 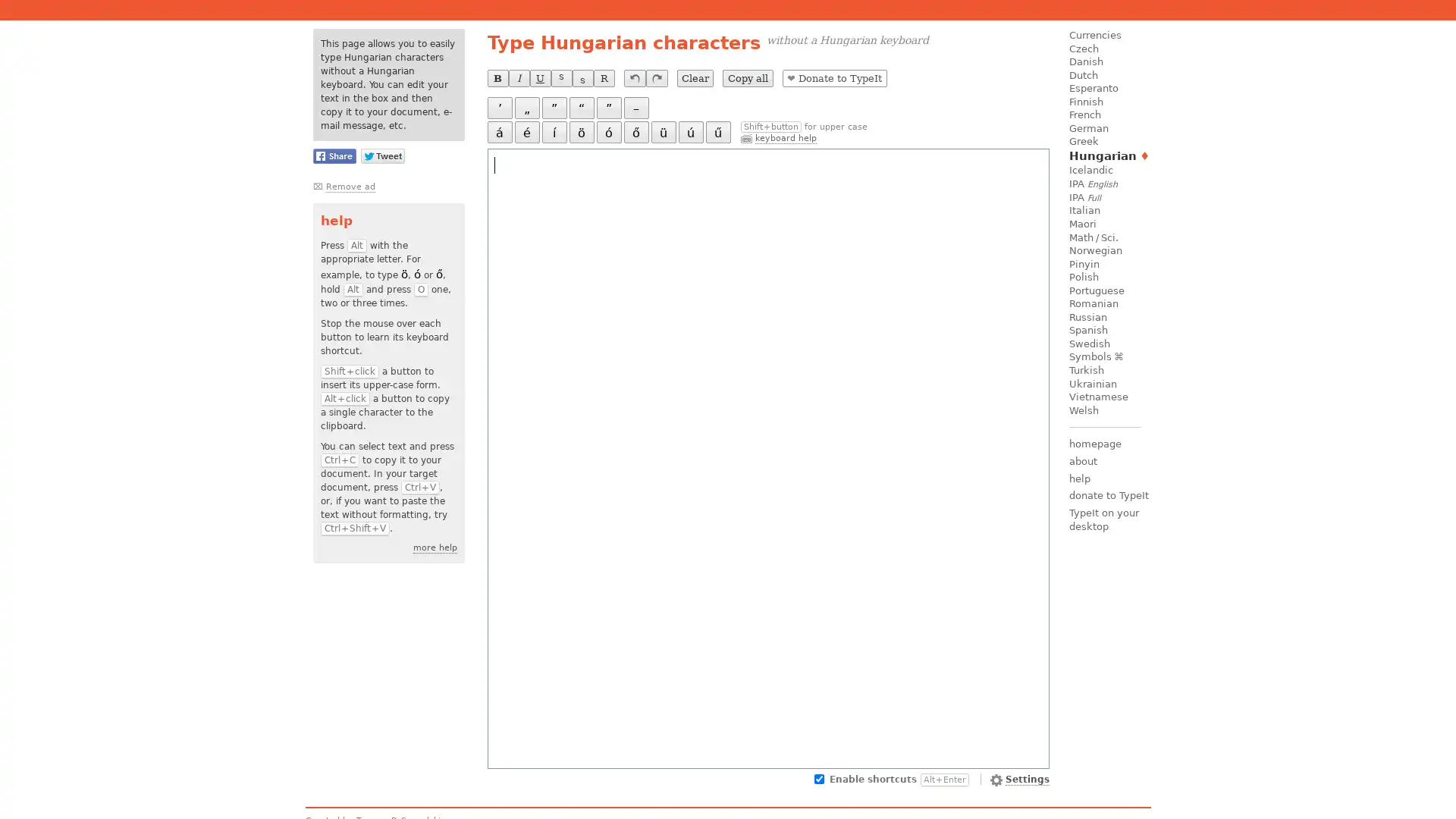 I want to click on a, so click(x=499, y=131).